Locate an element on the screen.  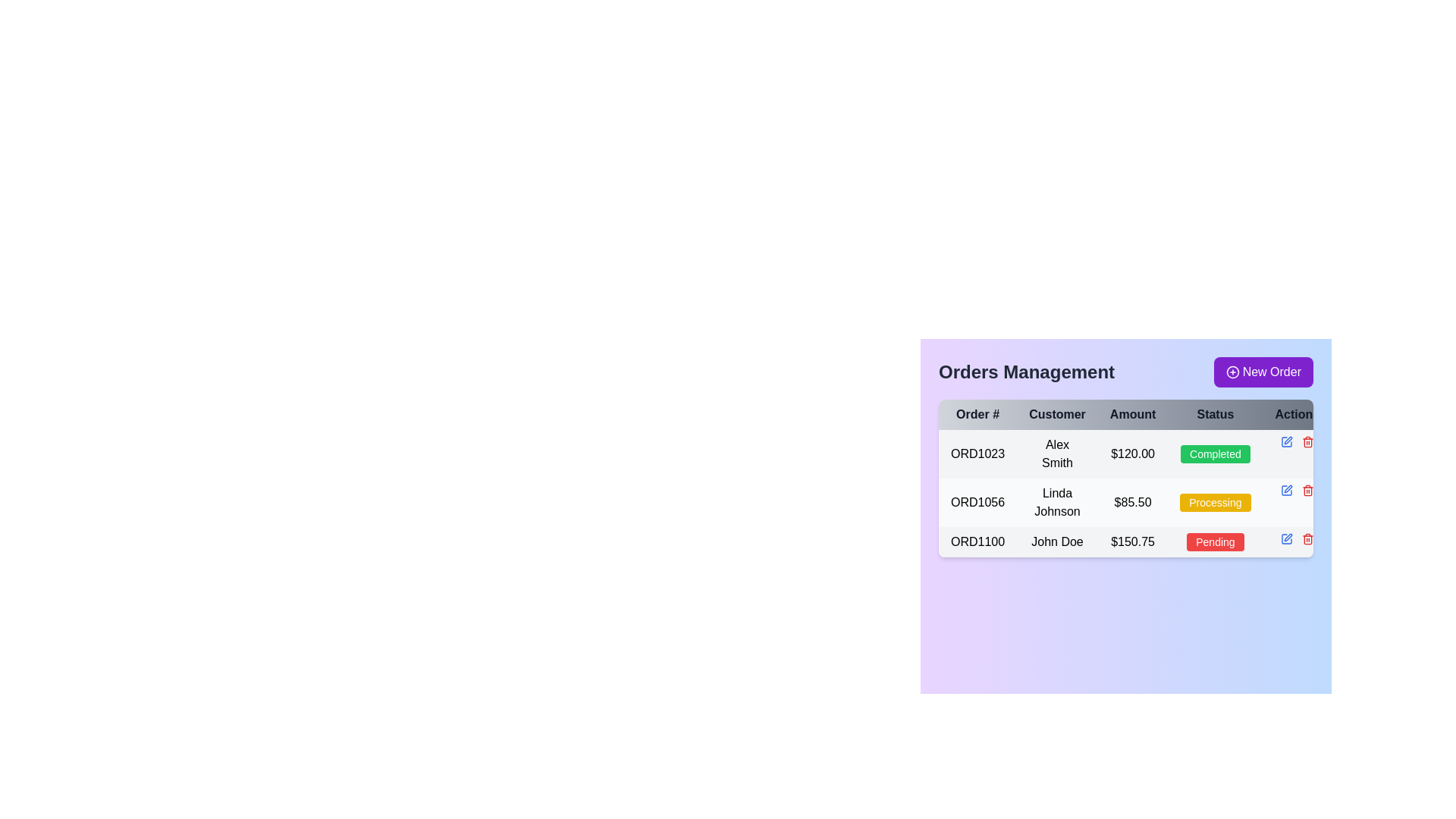
the static text element displaying 'ORD1056' in black on a white background, located in the first cell of the second row of the Orders Management table is located at coordinates (977, 503).